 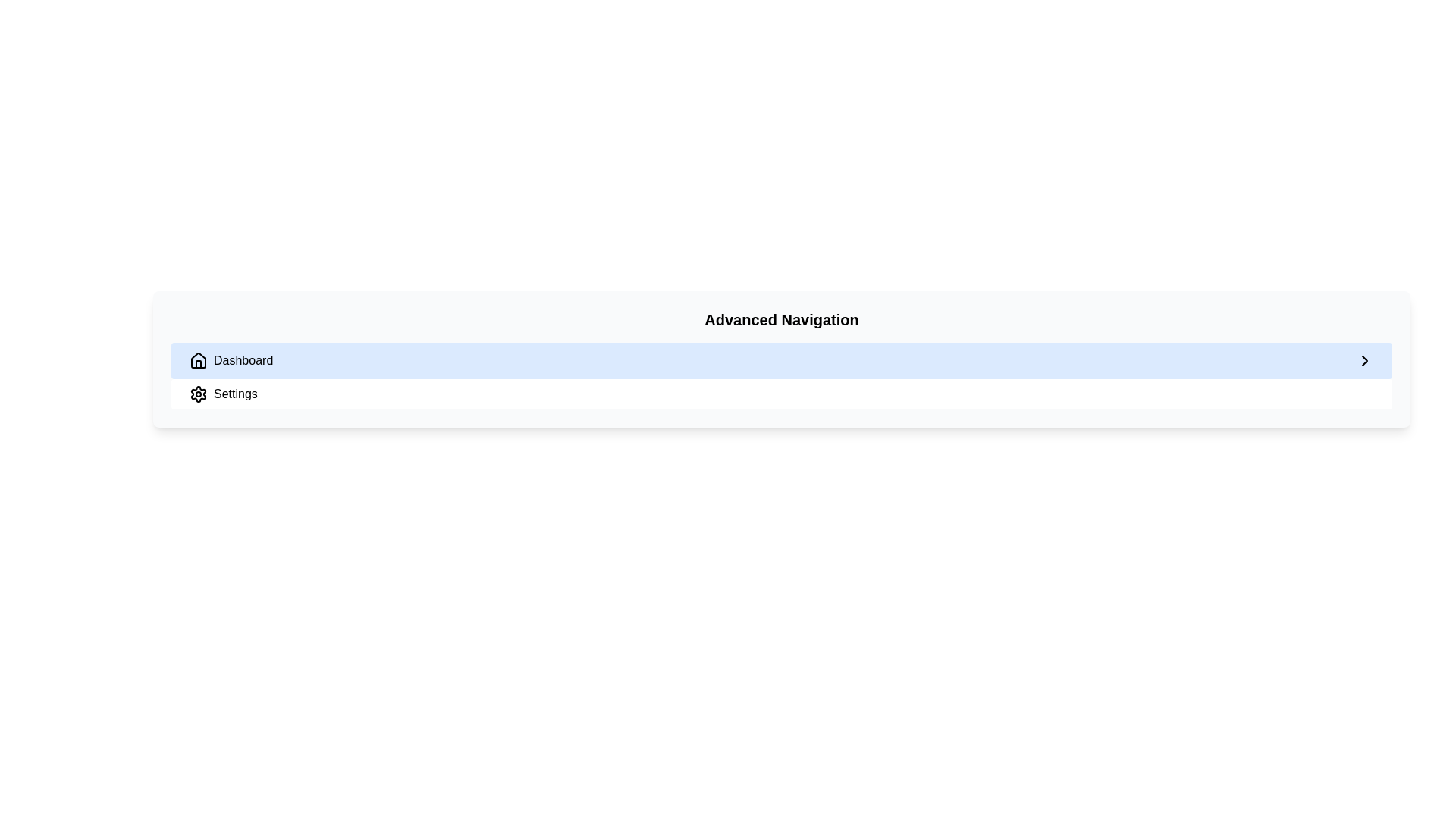 I want to click on the 'Settings' text label in the navigation menu, so click(x=234, y=394).